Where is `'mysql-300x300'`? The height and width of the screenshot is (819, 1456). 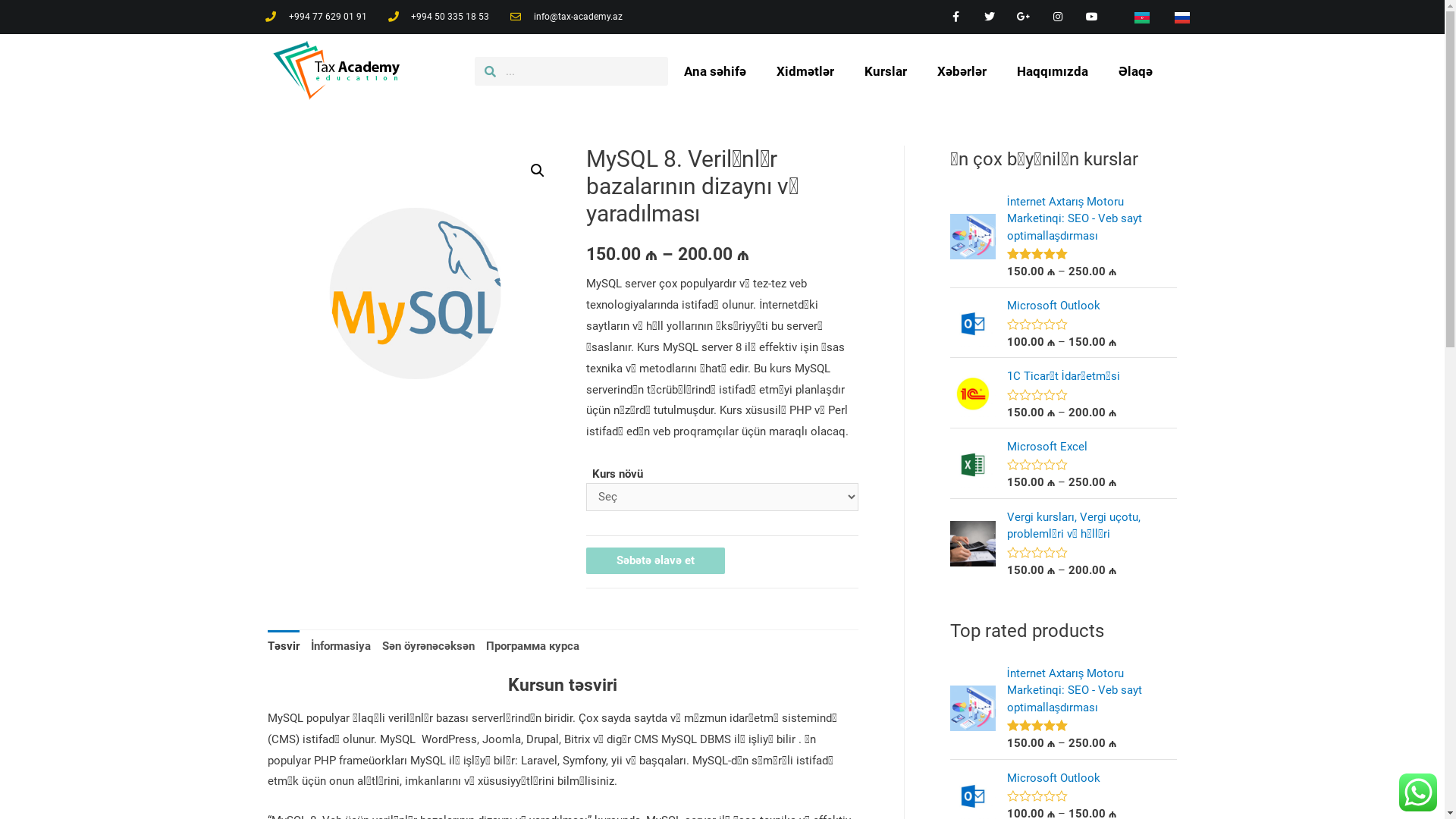 'mysql-300x300' is located at coordinates (415, 293).